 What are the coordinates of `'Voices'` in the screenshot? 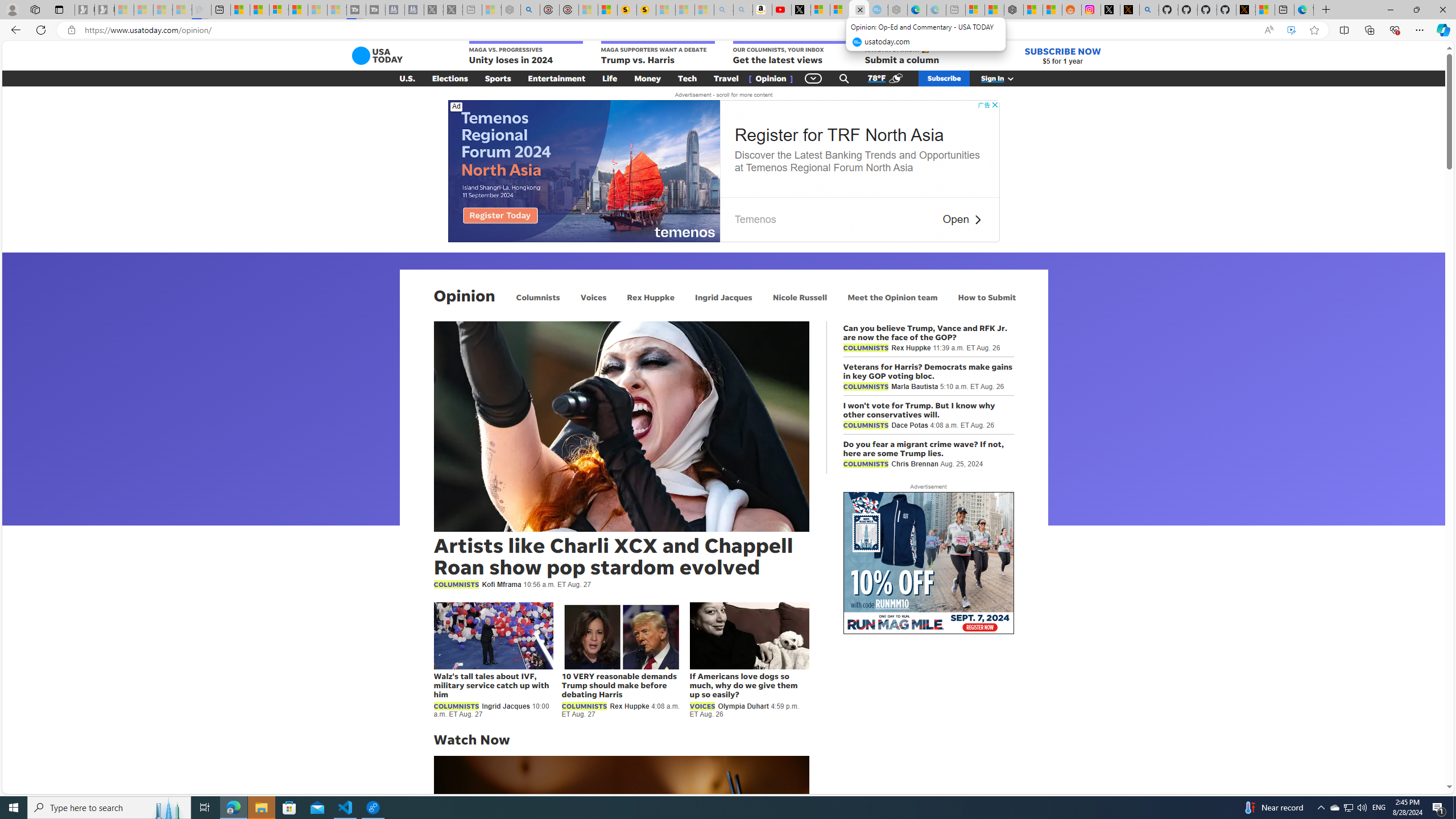 It's located at (593, 296).